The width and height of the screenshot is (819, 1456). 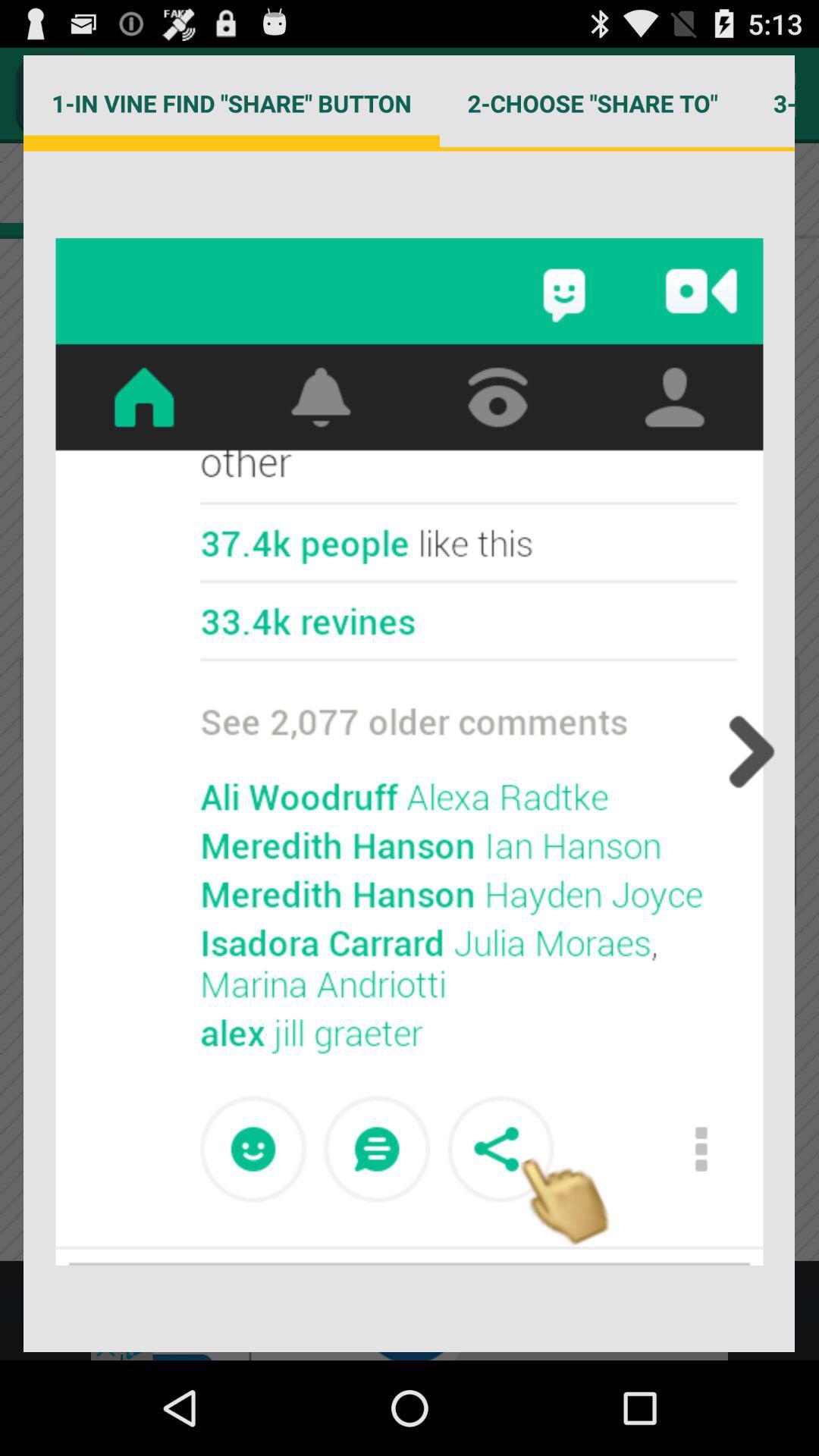 What do you see at coordinates (591, 102) in the screenshot?
I see `the icon next to the 1 in vine item` at bounding box center [591, 102].